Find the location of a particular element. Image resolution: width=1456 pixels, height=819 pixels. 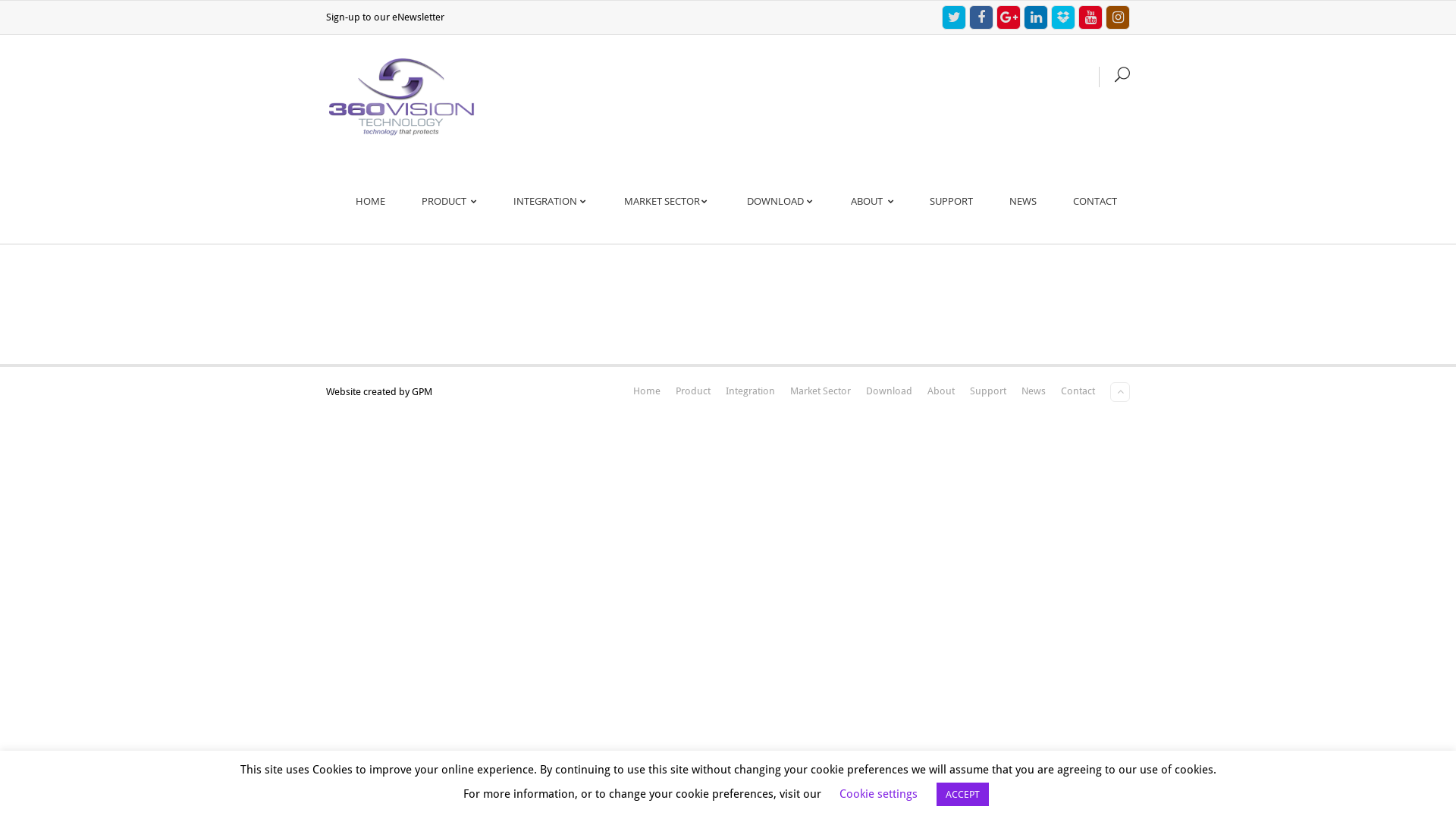

'SUPPORT' is located at coordinates (916, 200).